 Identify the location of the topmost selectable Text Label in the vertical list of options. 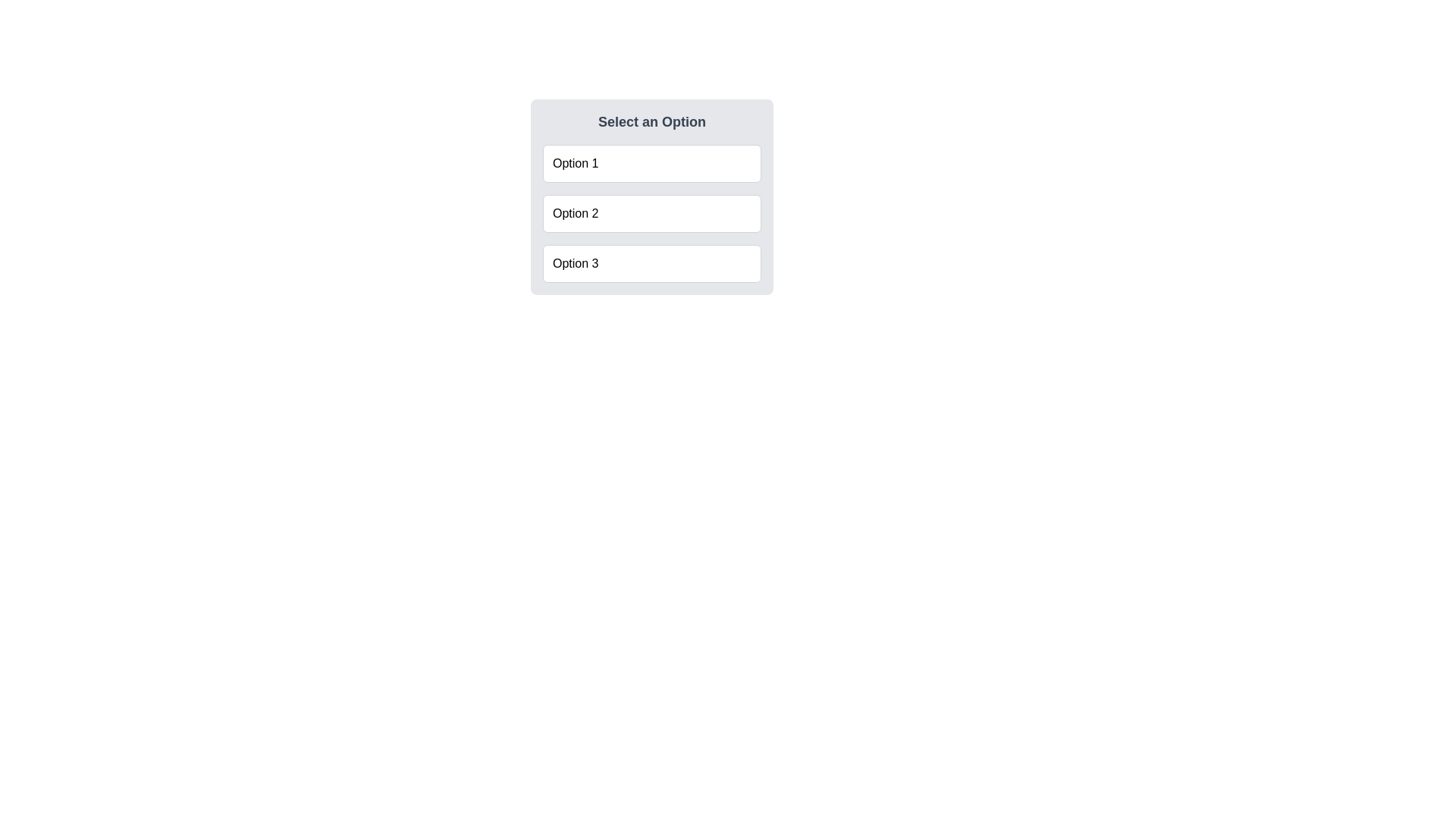
(575, 164).